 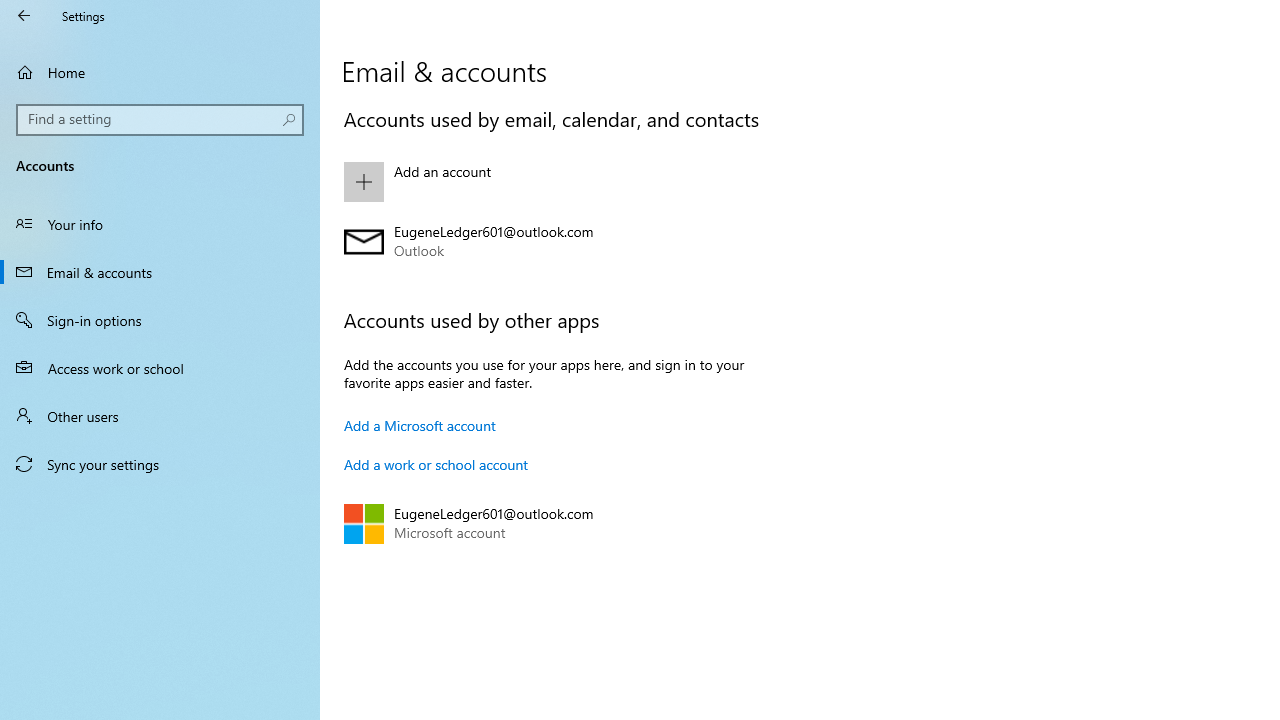 What do you see at coordinates (160, 271) in the screenshot?
I see `'Email & accounts'` at bounding box center [160, 271].